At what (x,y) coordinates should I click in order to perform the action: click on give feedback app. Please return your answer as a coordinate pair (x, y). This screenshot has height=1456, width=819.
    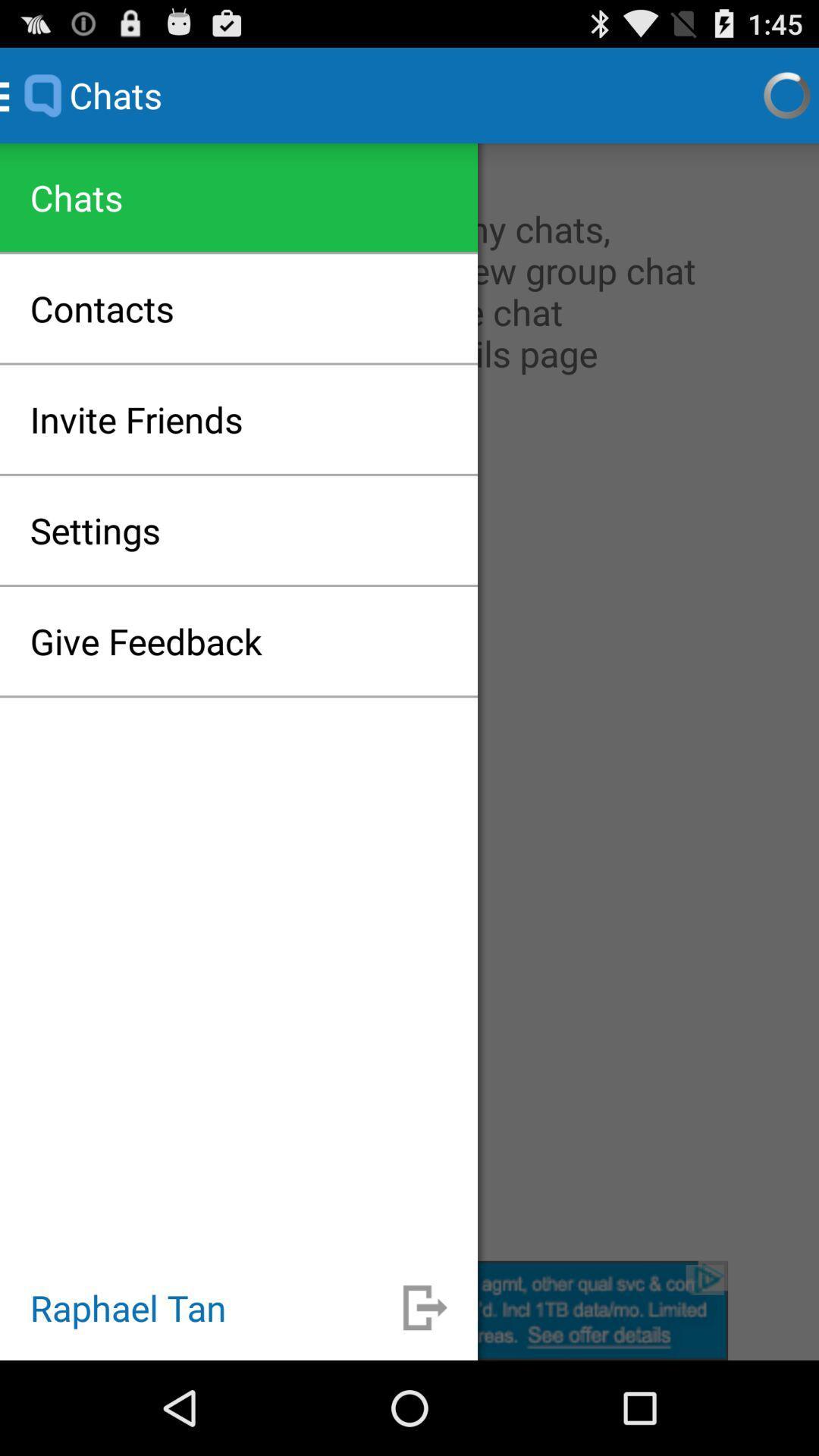
    Looking at the image, I should click on (146, 641).